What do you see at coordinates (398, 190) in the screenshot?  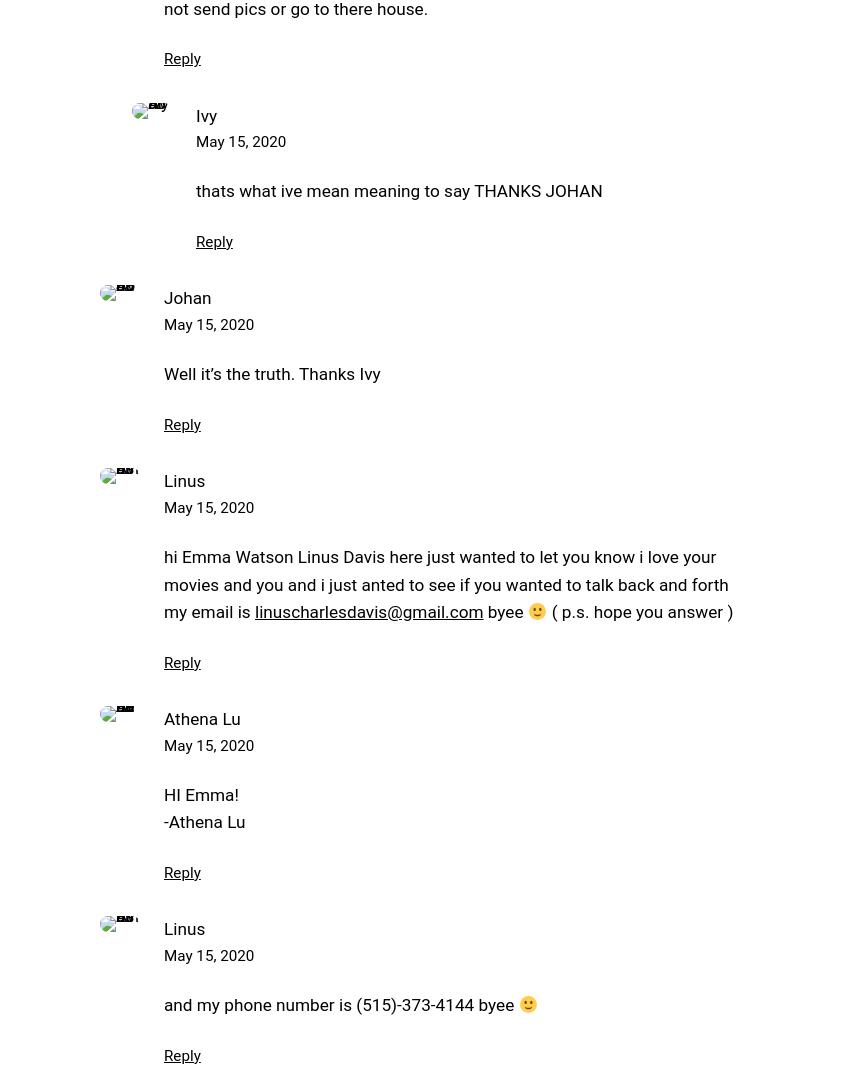 I see `'thats what ive mean meaning to say THANKS JOHAN'` at bounding box center [398, 190].